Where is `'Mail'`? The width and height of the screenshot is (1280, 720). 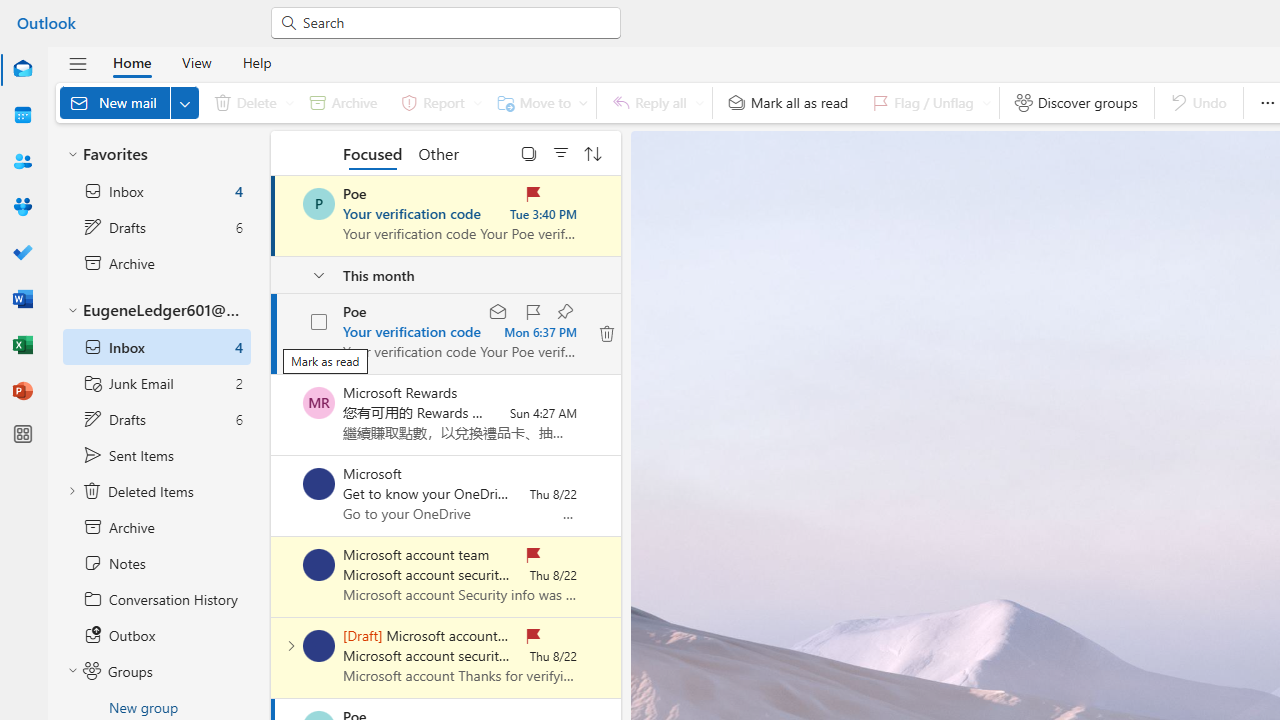 'Mail' is located at coordinates (23, 68).